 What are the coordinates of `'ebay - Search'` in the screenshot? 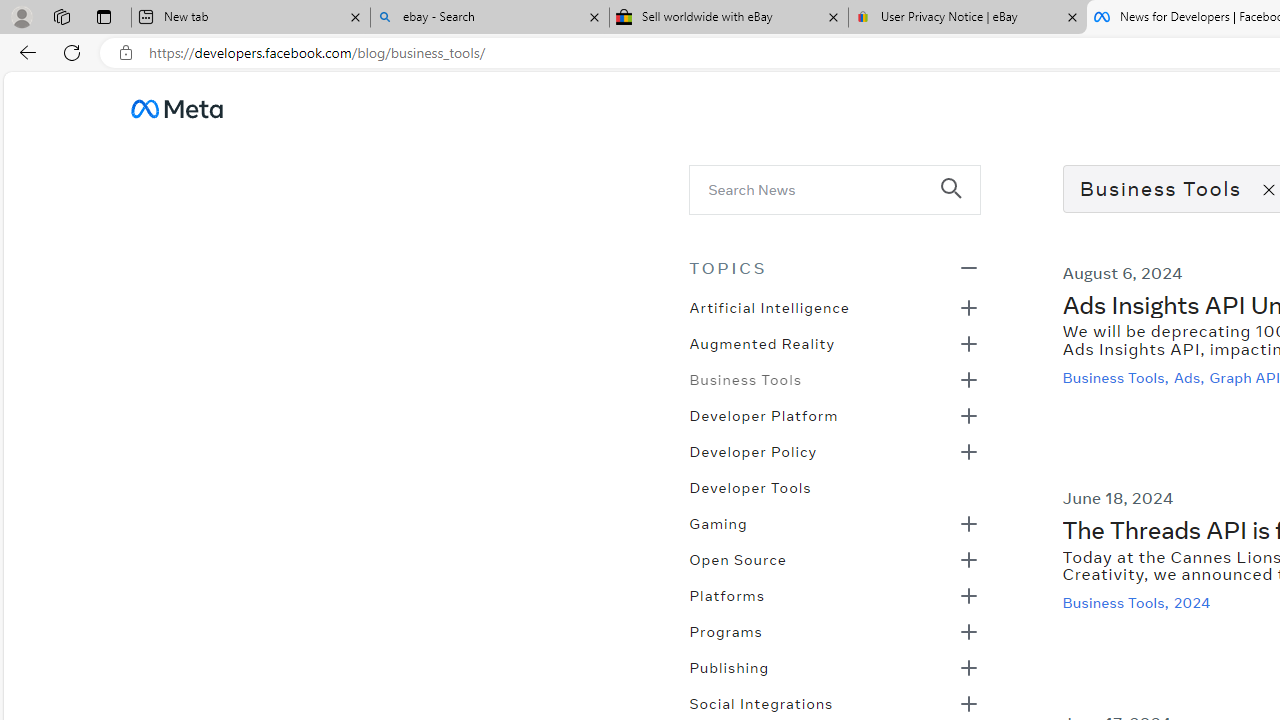 It's located at (490, 17).